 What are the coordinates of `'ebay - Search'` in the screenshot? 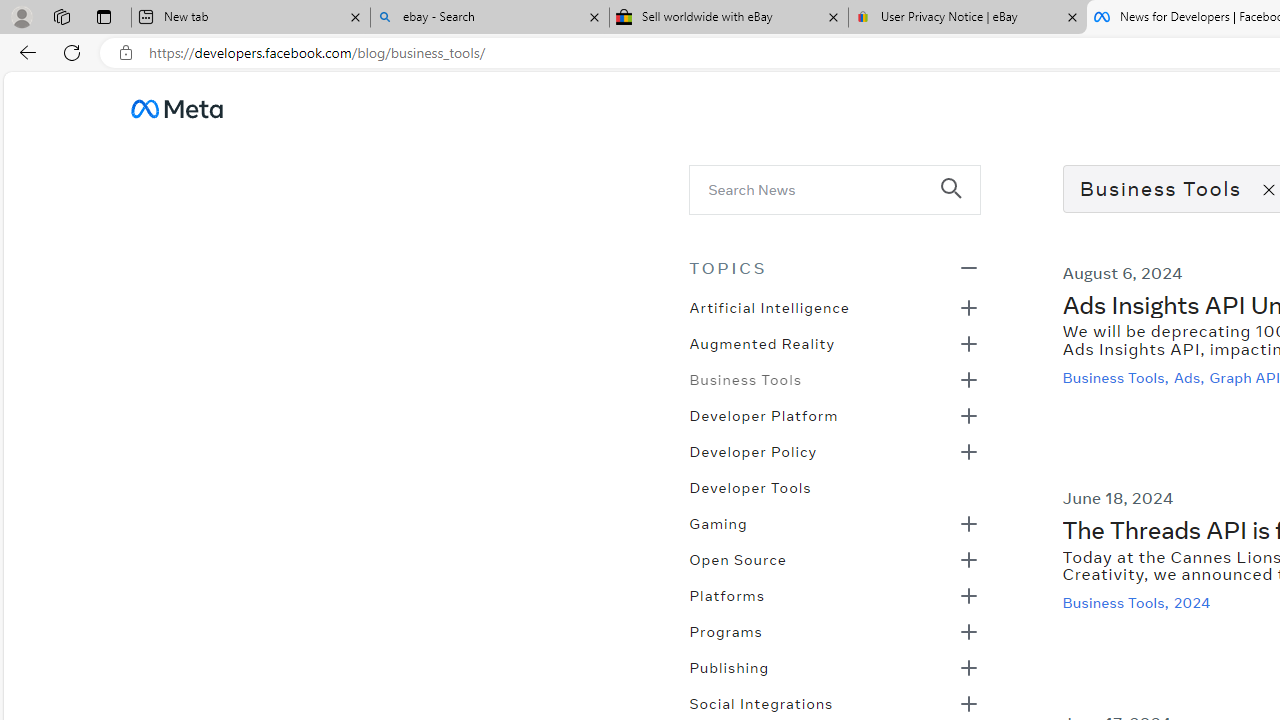 It's located at (490, 17).